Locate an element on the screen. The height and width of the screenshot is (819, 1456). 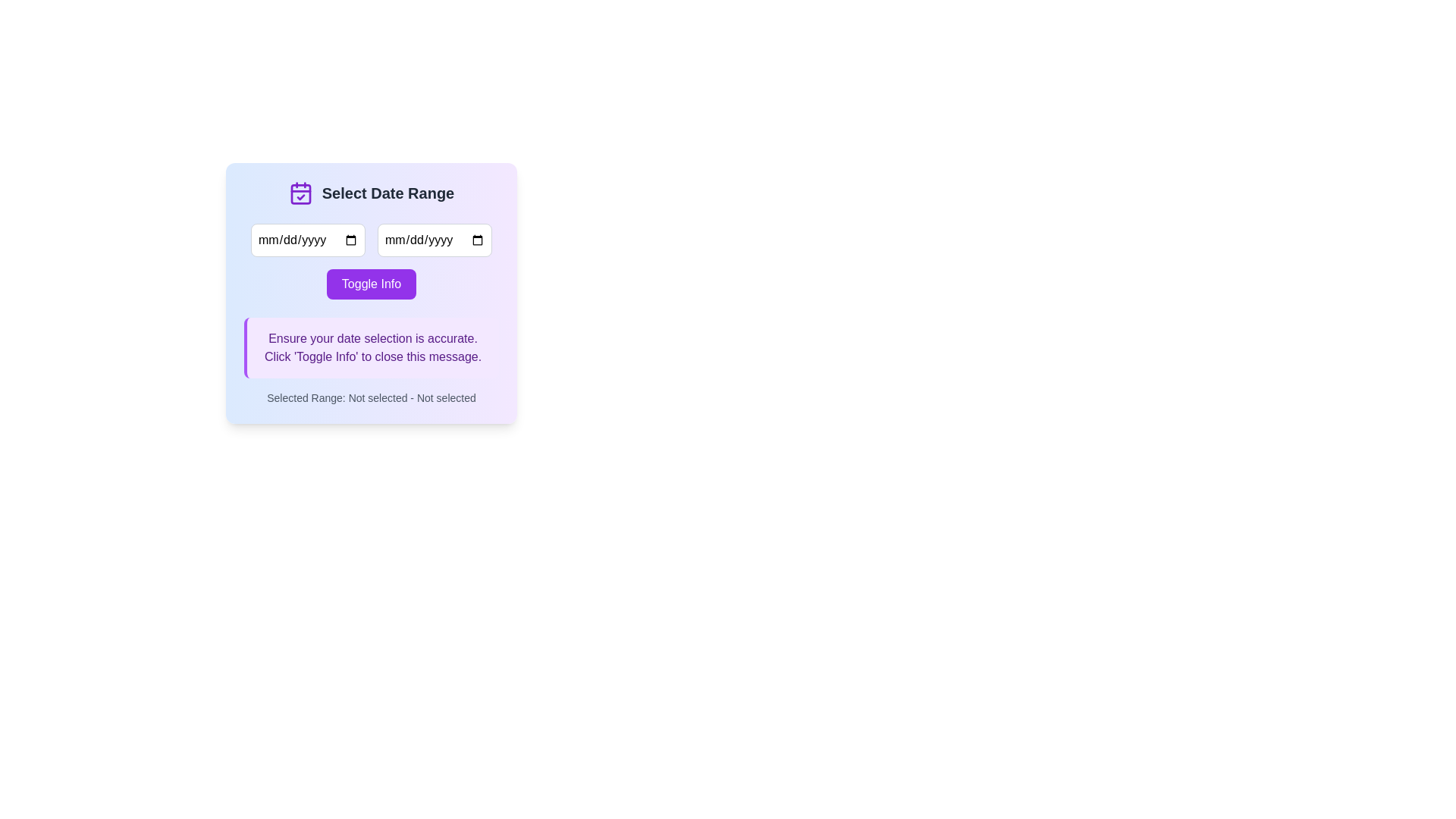
the Informational notification box with a rounded purple background that contains the message: 'Ensure your date selection is accurate. Click 'Toggle Info' to close this message.' is located at coordinates (371, 348).